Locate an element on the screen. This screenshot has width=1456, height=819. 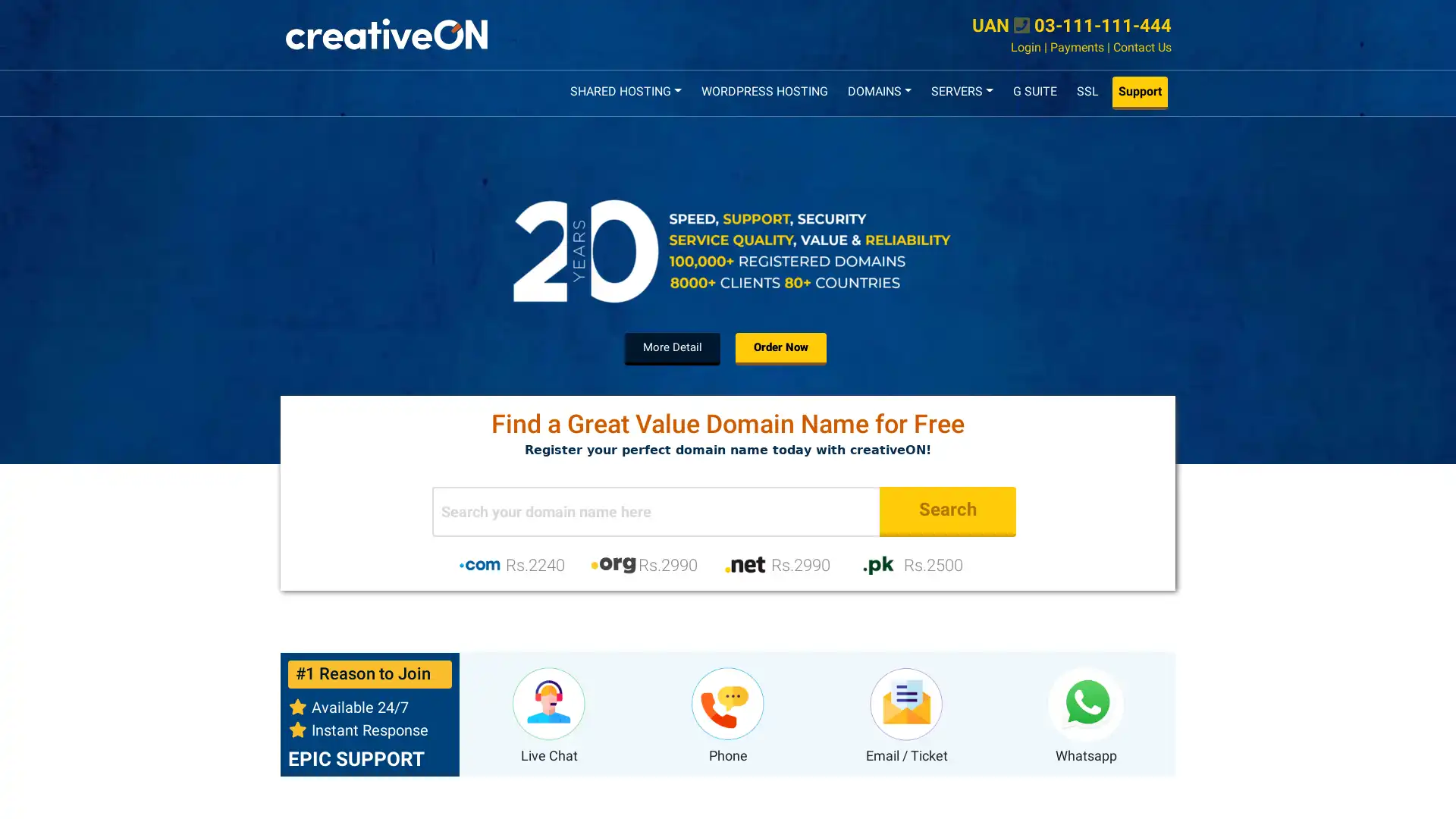
More Detail is located at coordinates (672, 348).